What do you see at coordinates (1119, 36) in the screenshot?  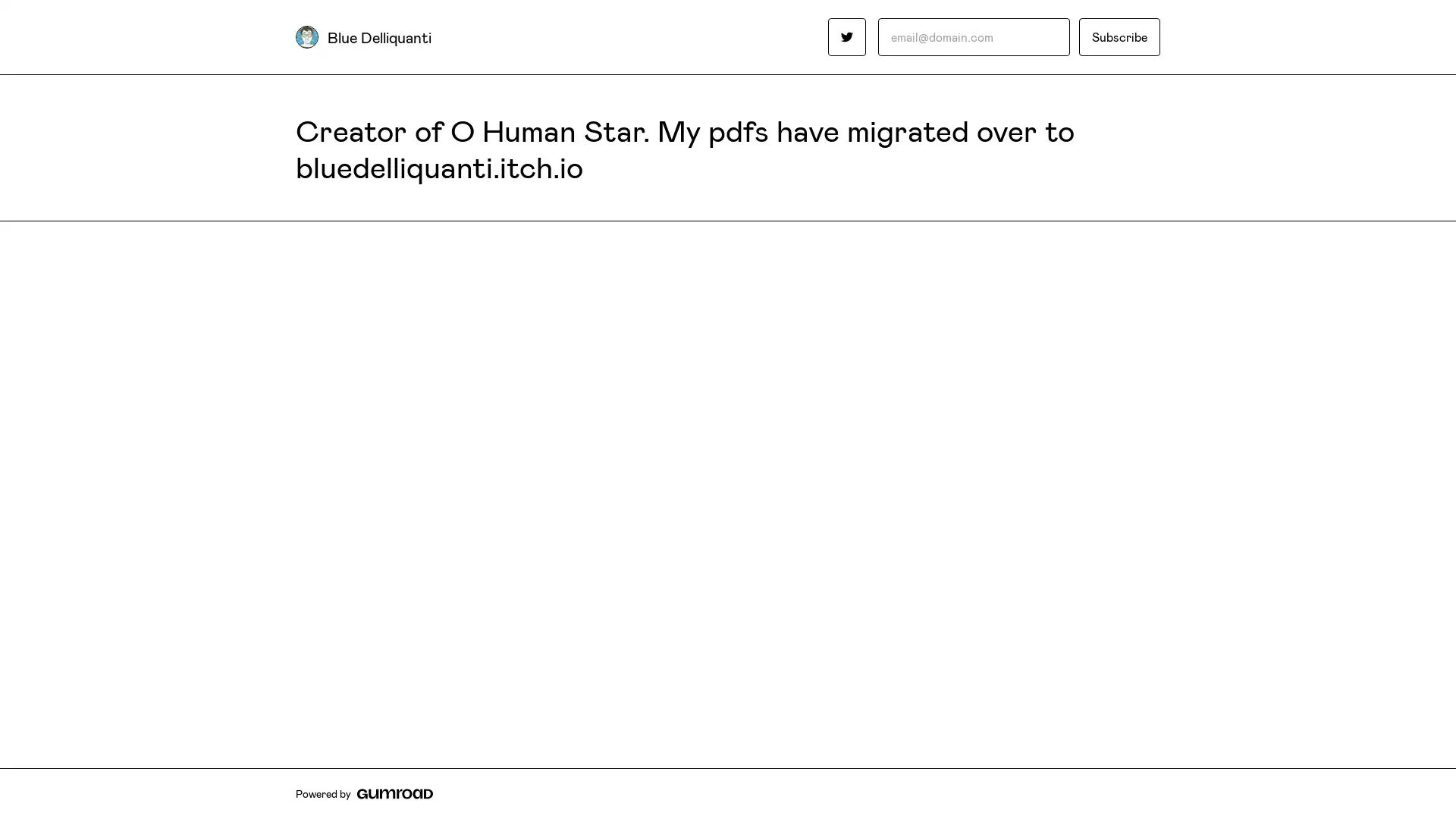 I see `Subscribe` at bounding box center [1119, 36].